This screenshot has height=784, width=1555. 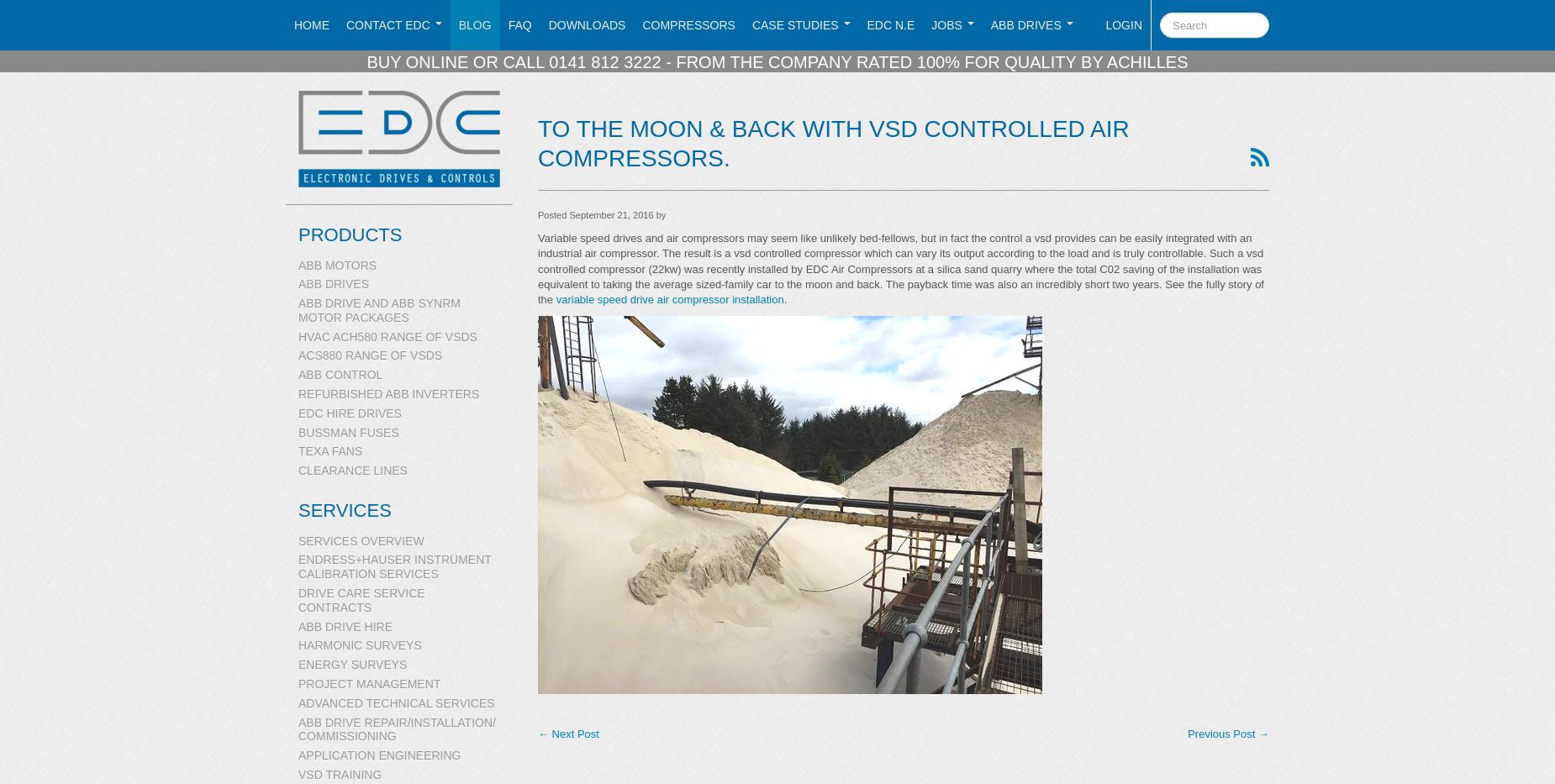 What do you see at coordinates (298, 683) in the screenshot?
I see `'Project Management'` at bounding box center [298, 683].